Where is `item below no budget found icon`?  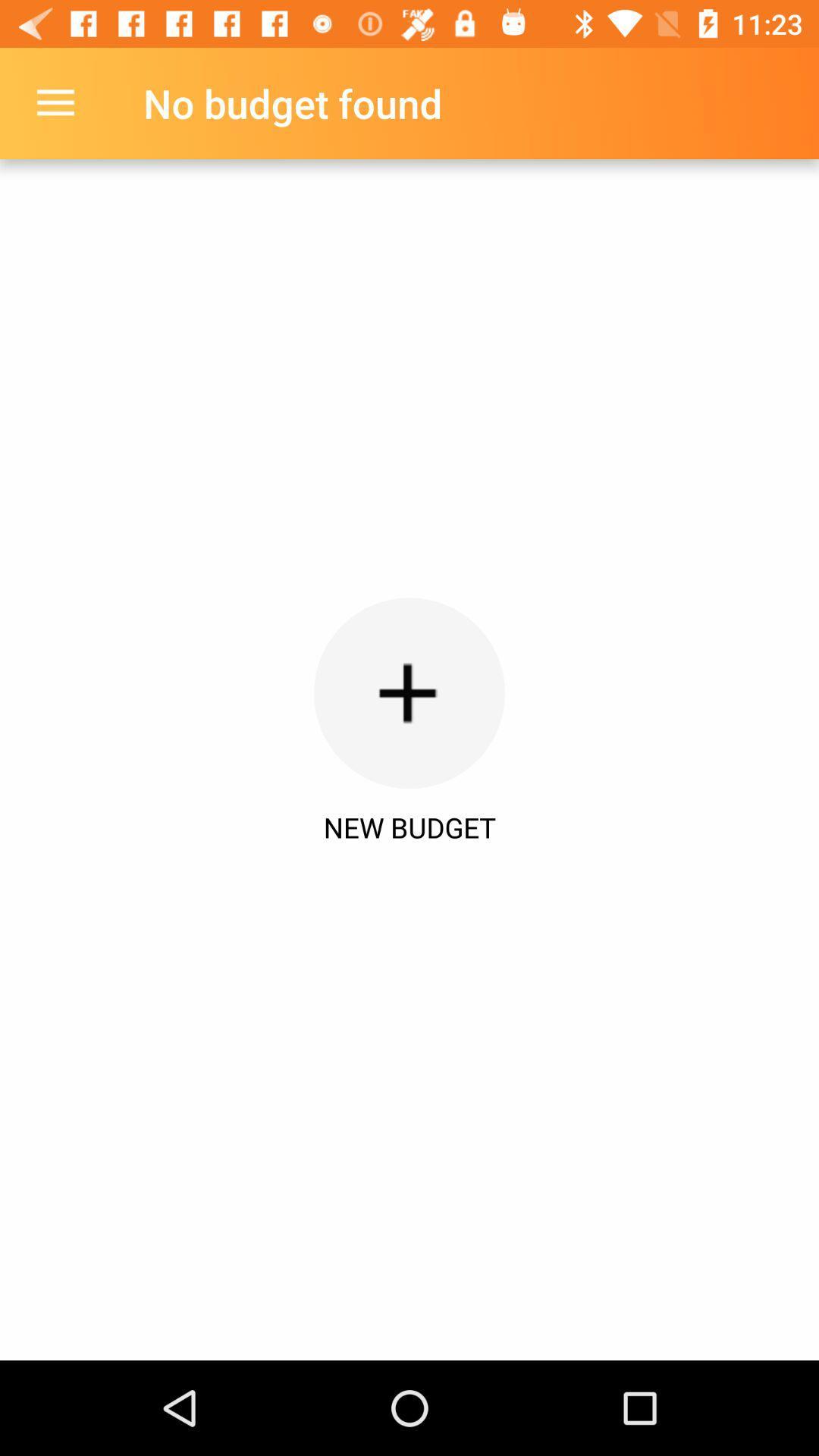
item below no budget found icon is located at coordinates (409, 692).